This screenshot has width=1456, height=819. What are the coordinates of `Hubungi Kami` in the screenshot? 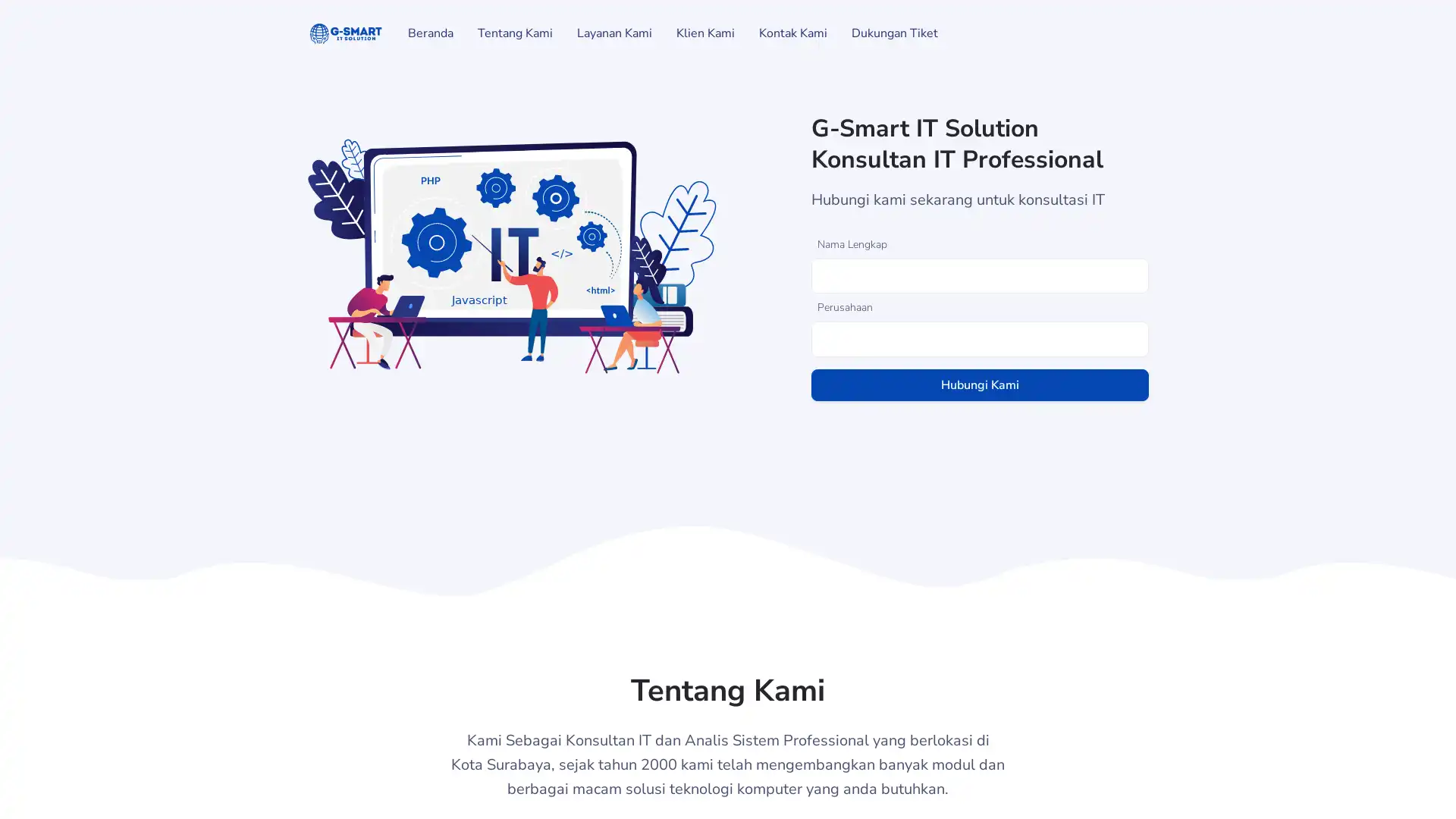 It's located at (980, 383).